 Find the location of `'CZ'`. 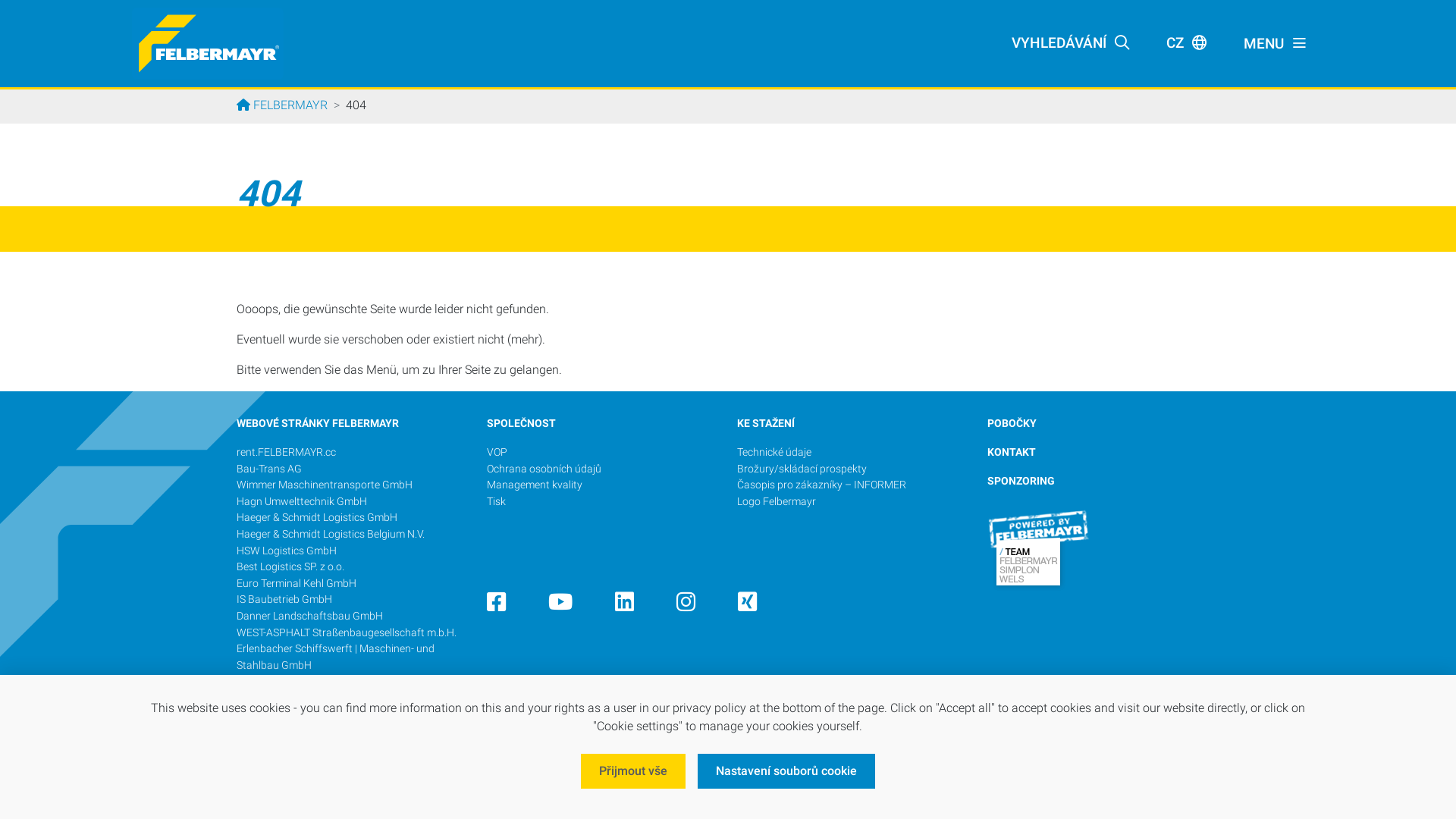

'CZ' is located at coordinates (1185, 42).